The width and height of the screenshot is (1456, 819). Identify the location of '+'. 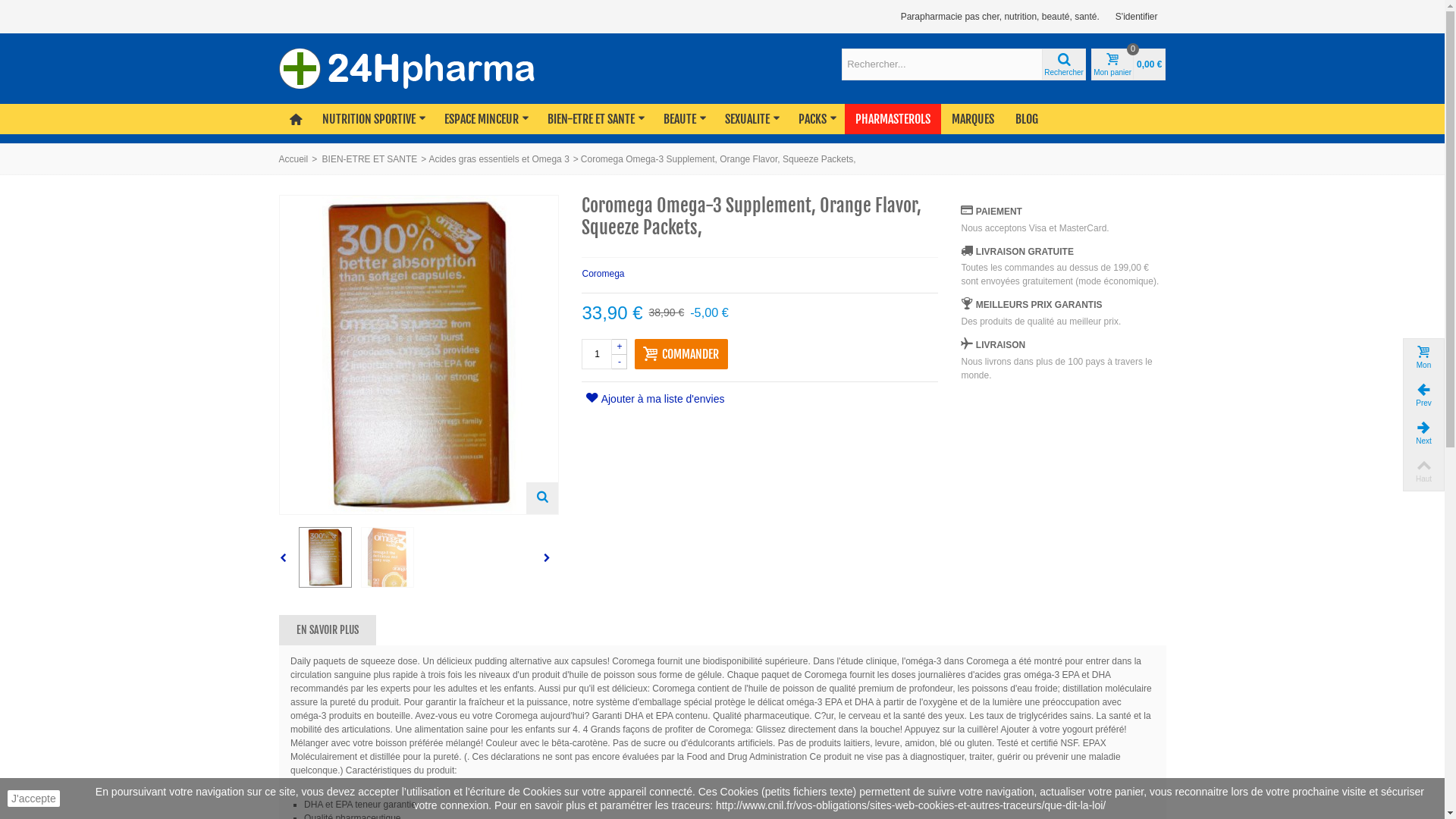
(619, 346).